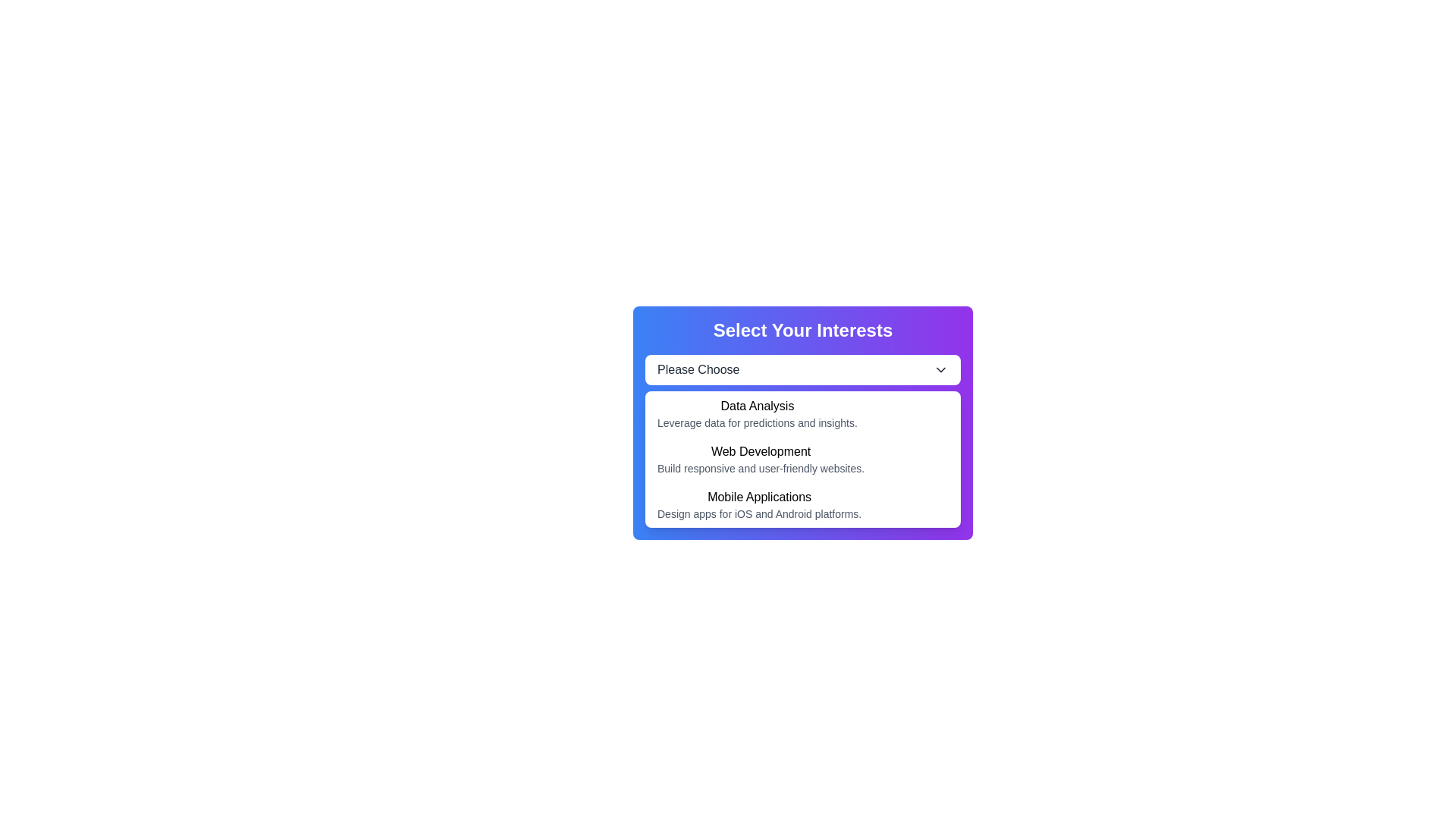 The image size is (1456, 819). I want to click on the selectable list item titled 'Web Development' which is the second item in the dropdown under 'Select Your Interests', so click(802, 458).